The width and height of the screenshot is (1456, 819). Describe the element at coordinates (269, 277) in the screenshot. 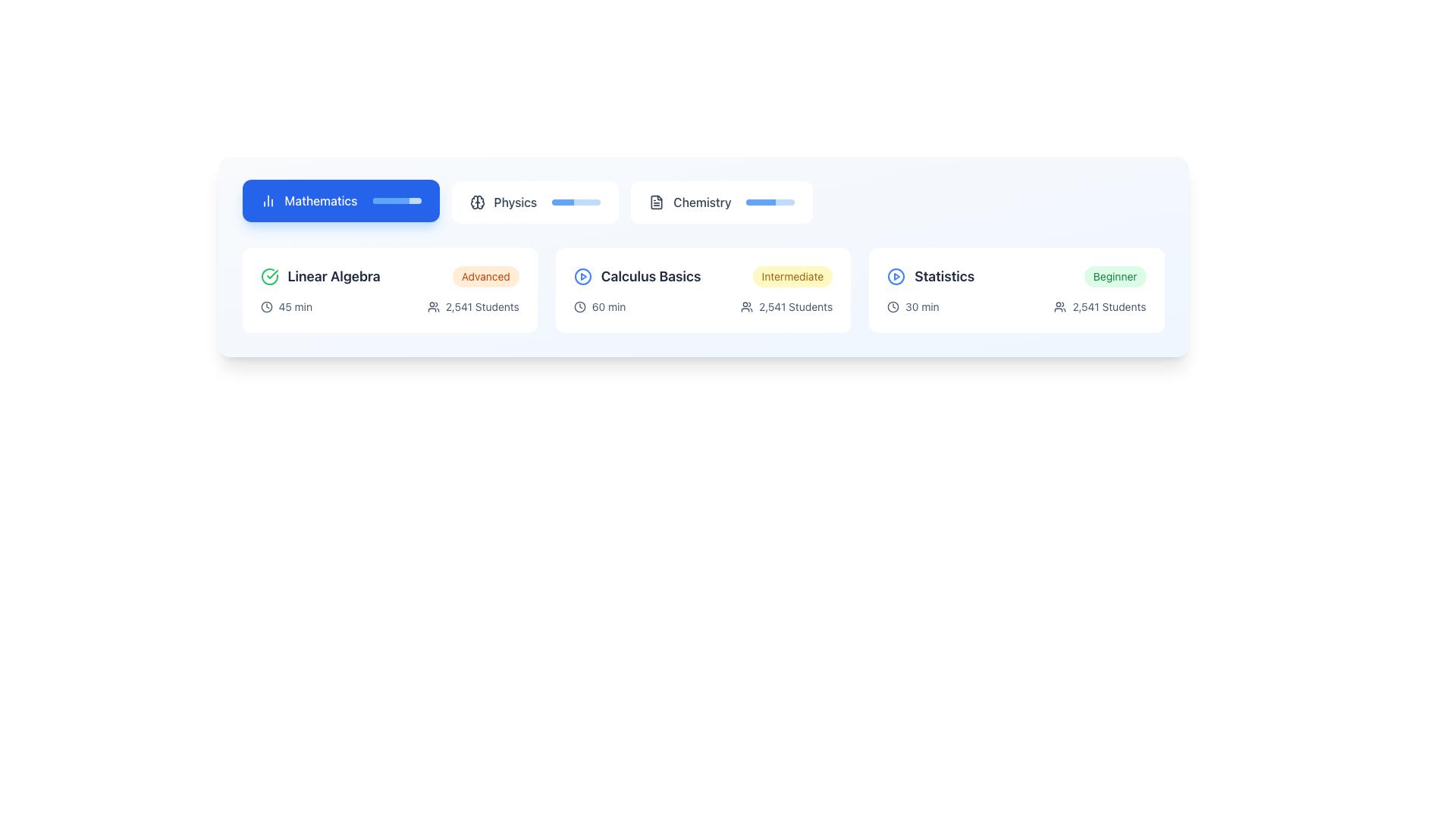

I see `the green circular icon with a checkmark symbol located on the left side of the 'Linear Algebra' card in the 'Mathematics' section` at that location.